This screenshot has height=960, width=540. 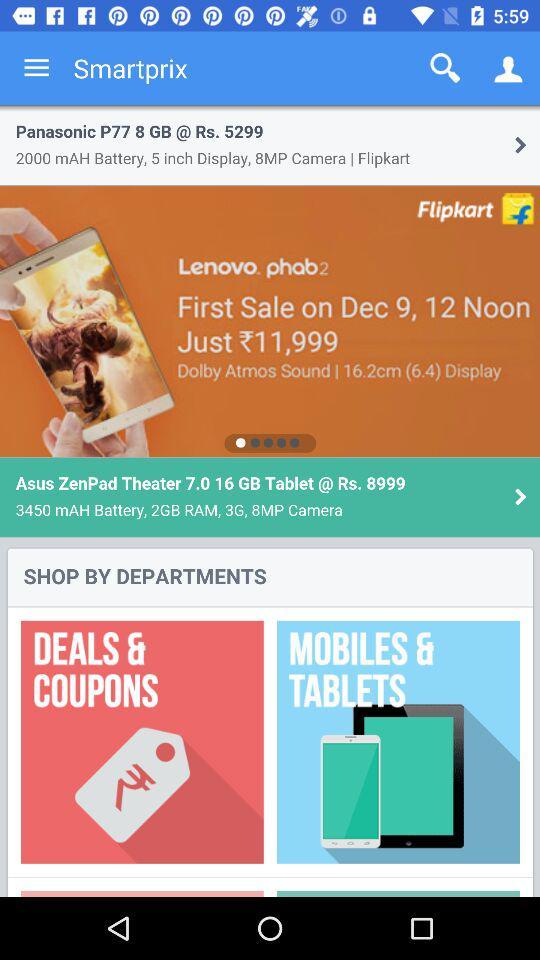 What do you see at coordinates (270, 500) in the screenshot?
I see `shows the enire imagw option` at bounding box center [270, 500].